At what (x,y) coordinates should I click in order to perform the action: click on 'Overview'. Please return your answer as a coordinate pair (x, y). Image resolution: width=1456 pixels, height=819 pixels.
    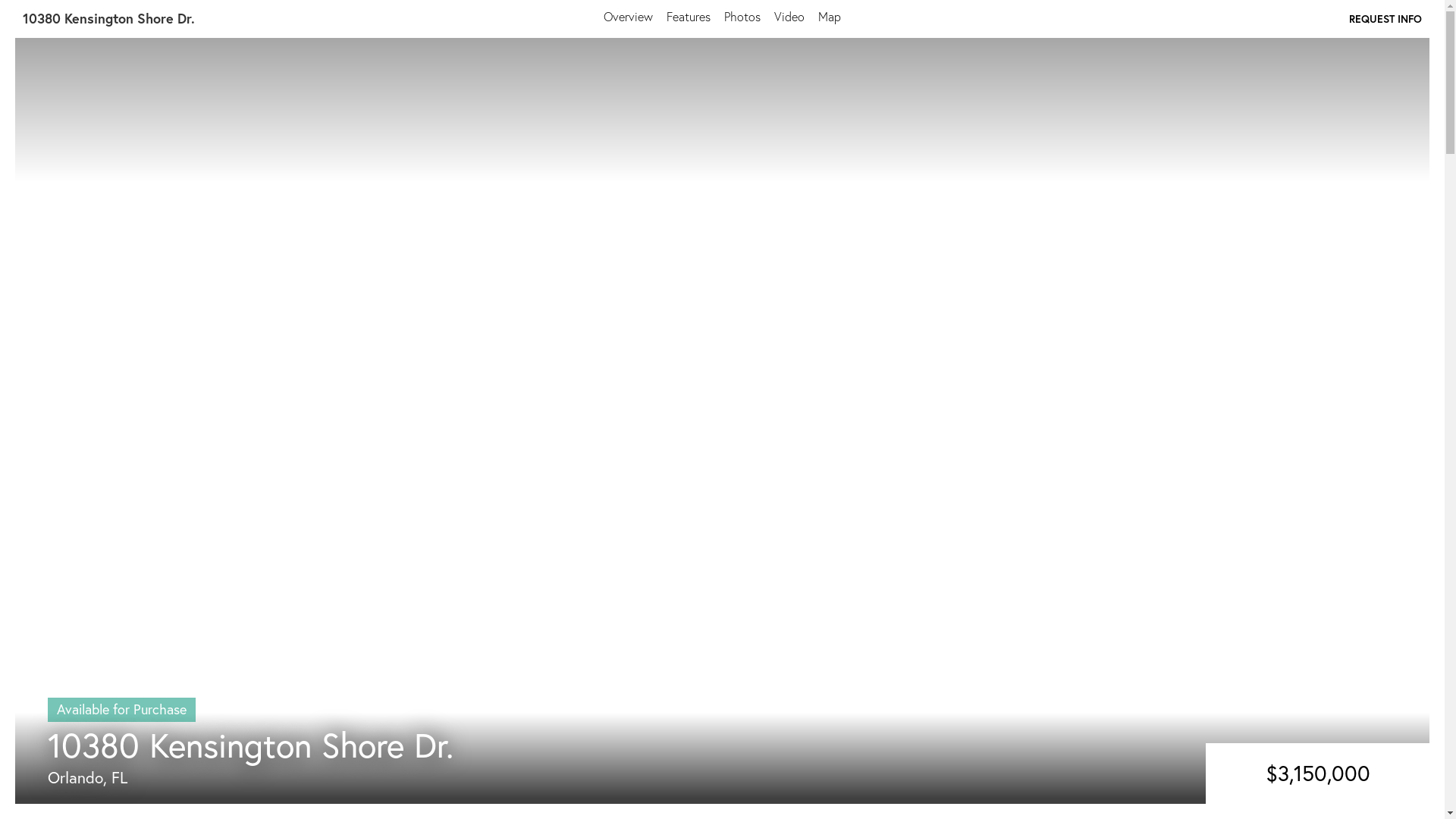
    Looking at the image, I should click on (628, 16).